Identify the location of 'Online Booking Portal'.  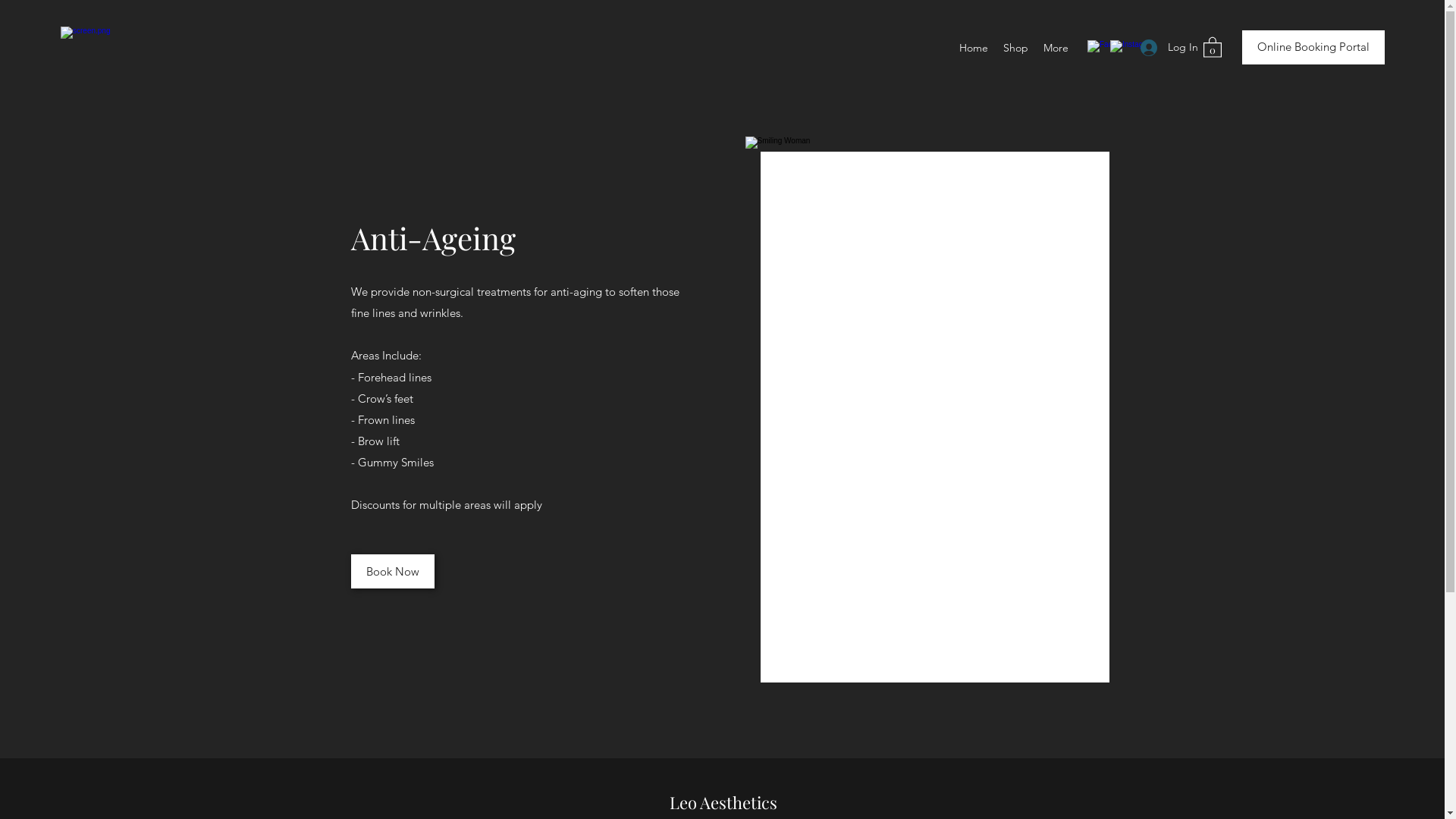
(1313, 46).